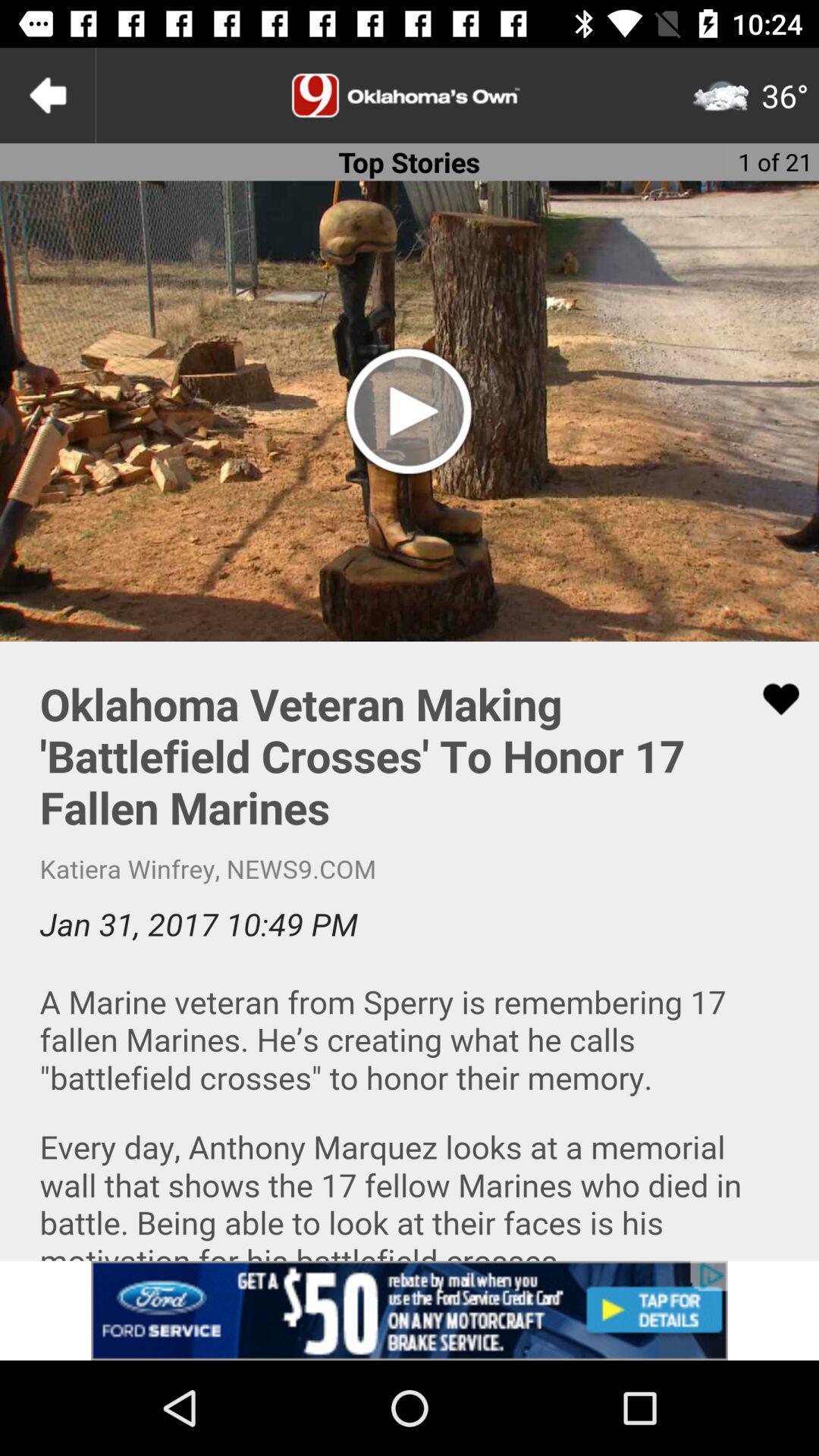  I want to click on article to favorites, so click(771, 698).